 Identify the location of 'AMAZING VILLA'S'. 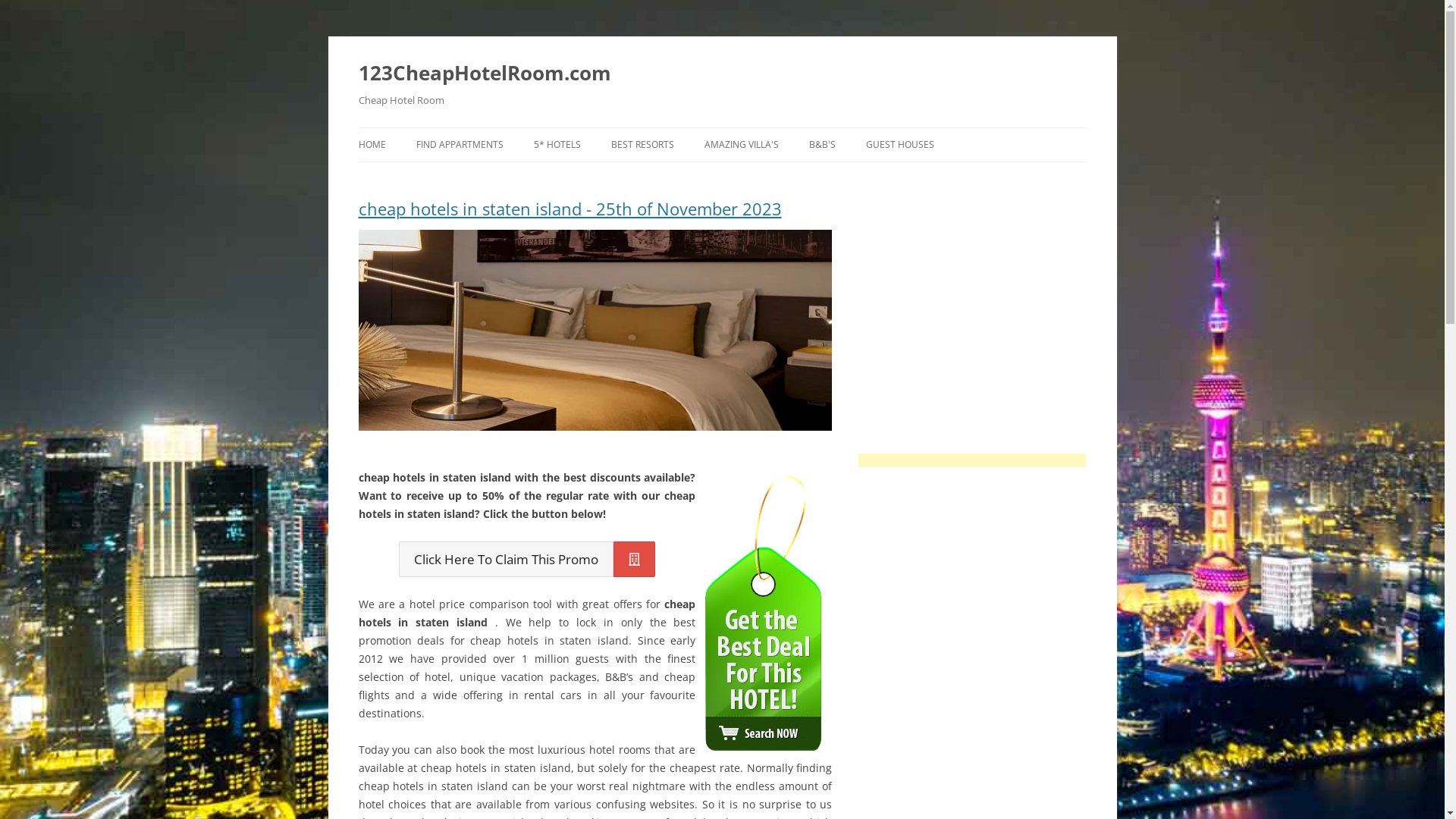
(741, 145).